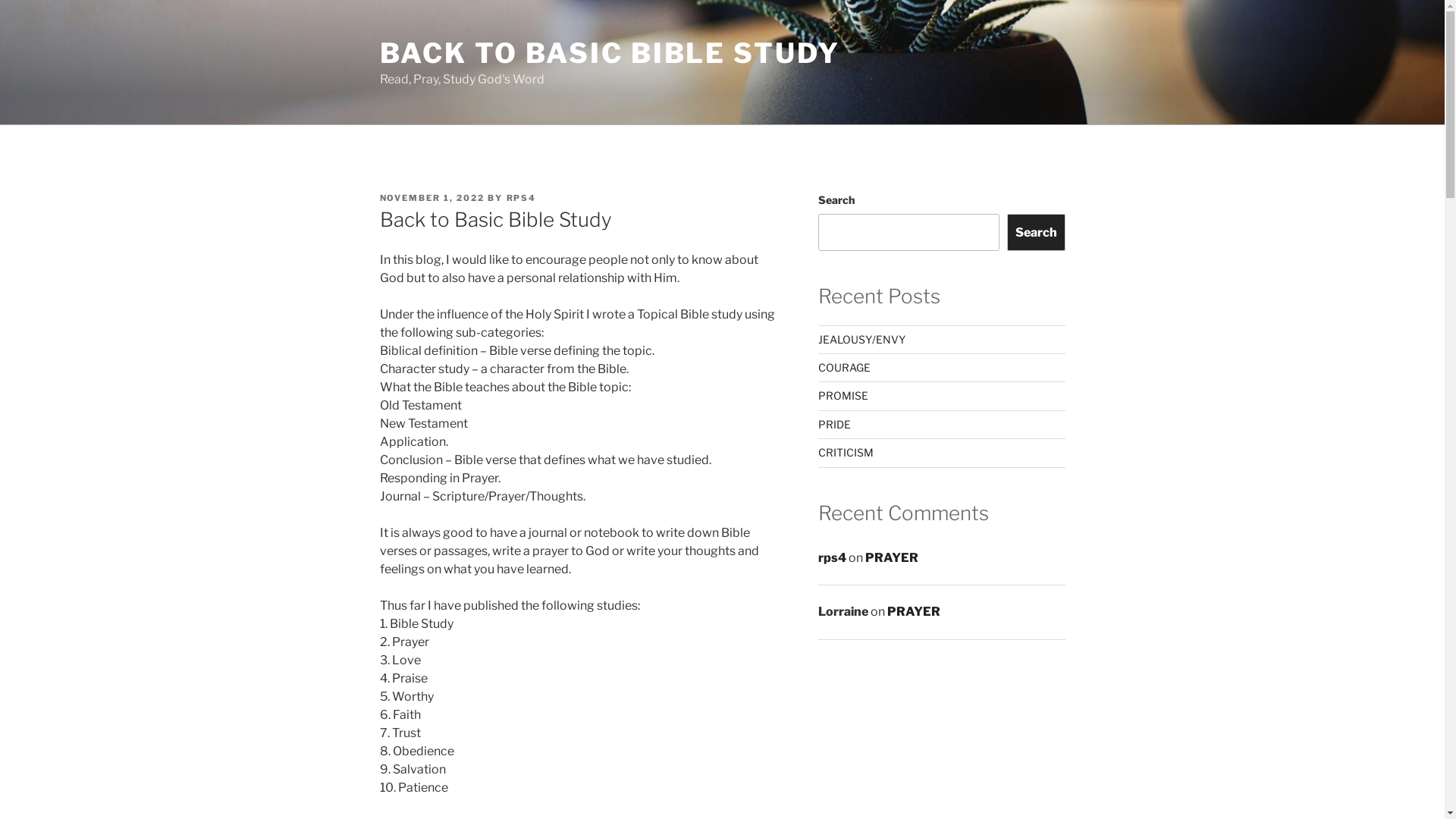 The image size is (1456, 819). I want to click on 'PROMISE', so click(843, 394).